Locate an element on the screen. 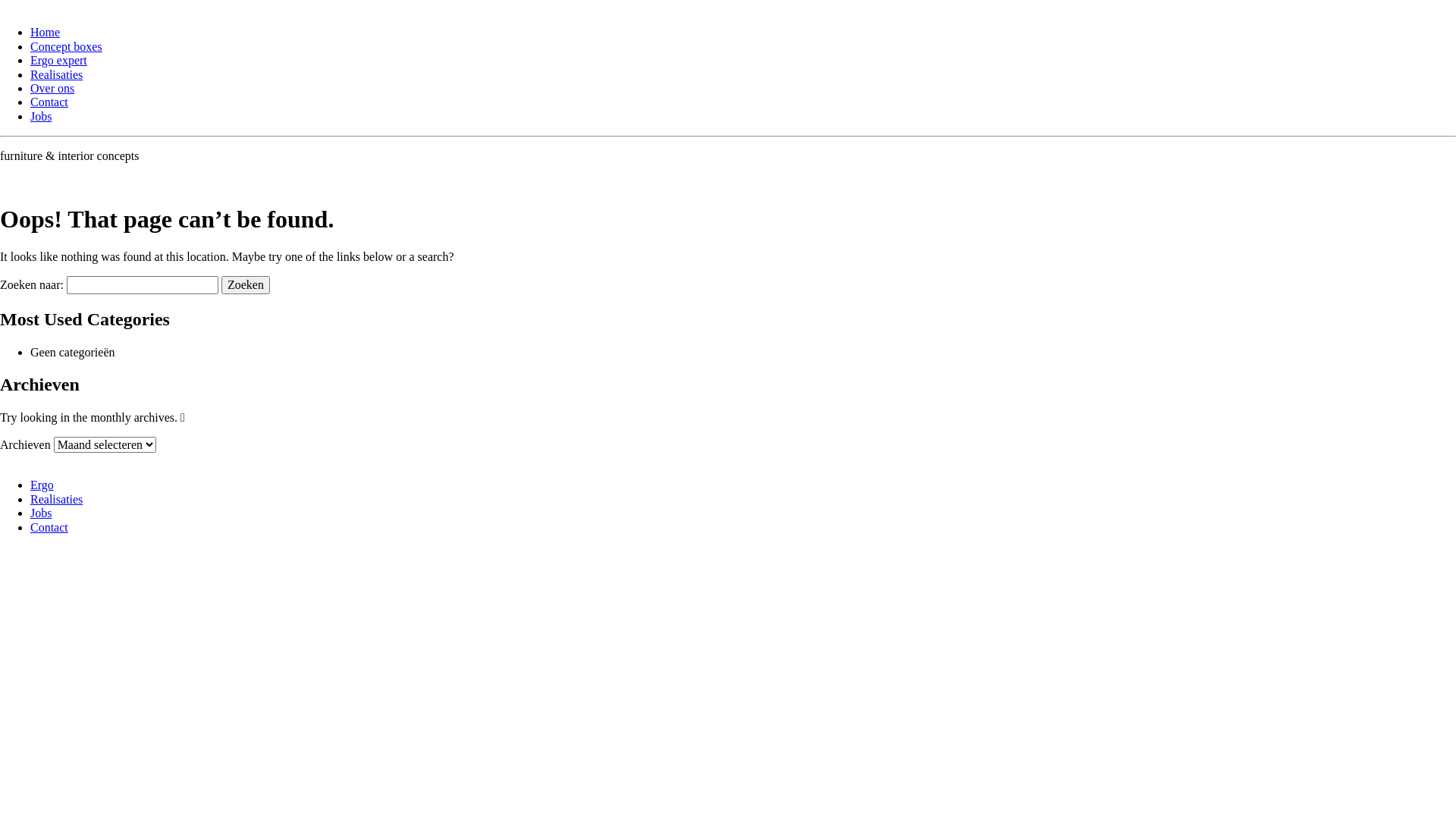 Image resolution: width=1456 pixels, height=819 pixels. 'Over ons' is located at coordinates (30, 88).